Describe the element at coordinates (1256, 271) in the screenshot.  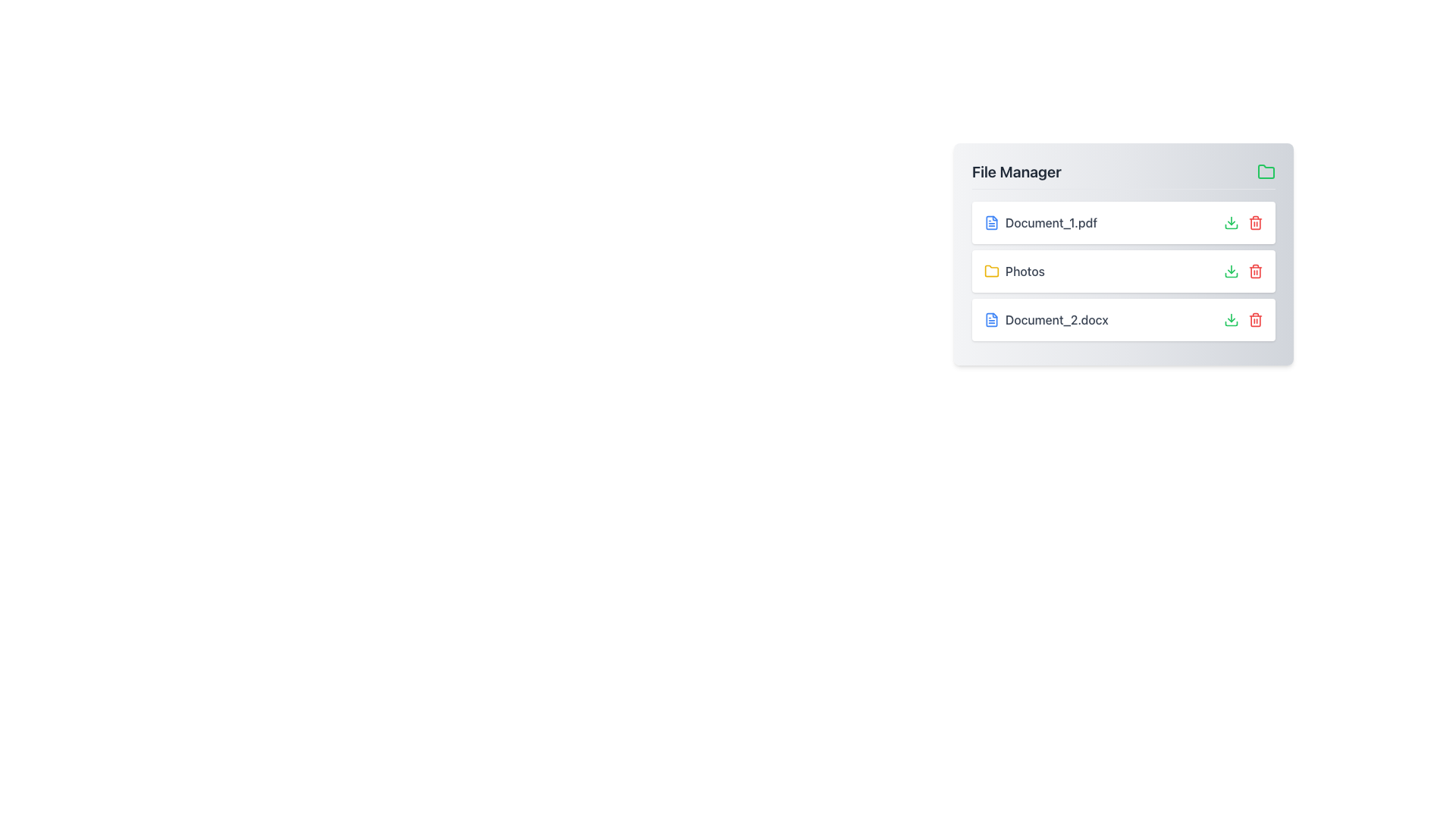
I see `the delete icon located to the far right of the 'Photos' folder in the file manager` at that location.